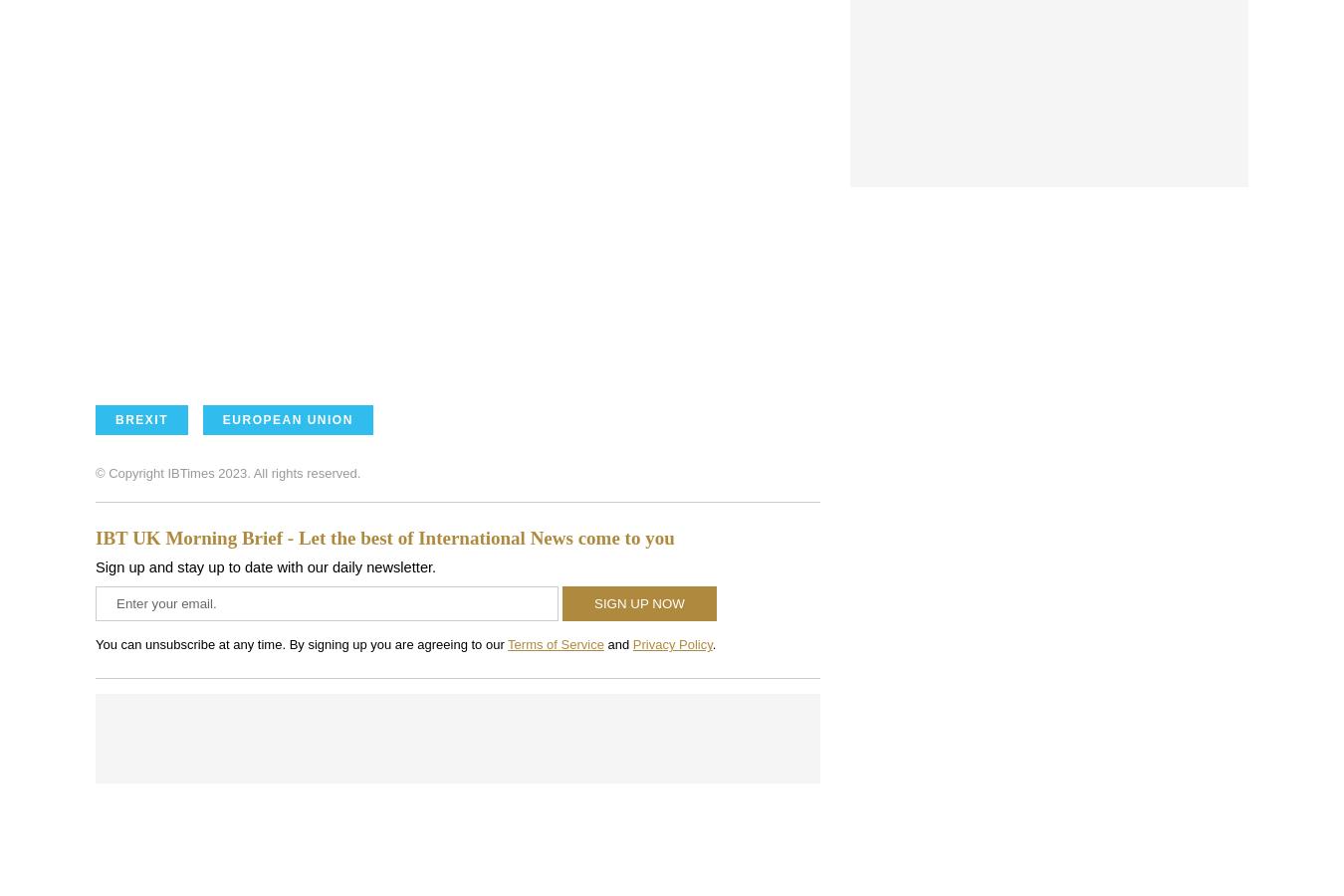  Describe the element at coordinates (94, 471) in the screenshot. I see `'© Copyright IBTimes 2023. All rights reserved.'` at that location.